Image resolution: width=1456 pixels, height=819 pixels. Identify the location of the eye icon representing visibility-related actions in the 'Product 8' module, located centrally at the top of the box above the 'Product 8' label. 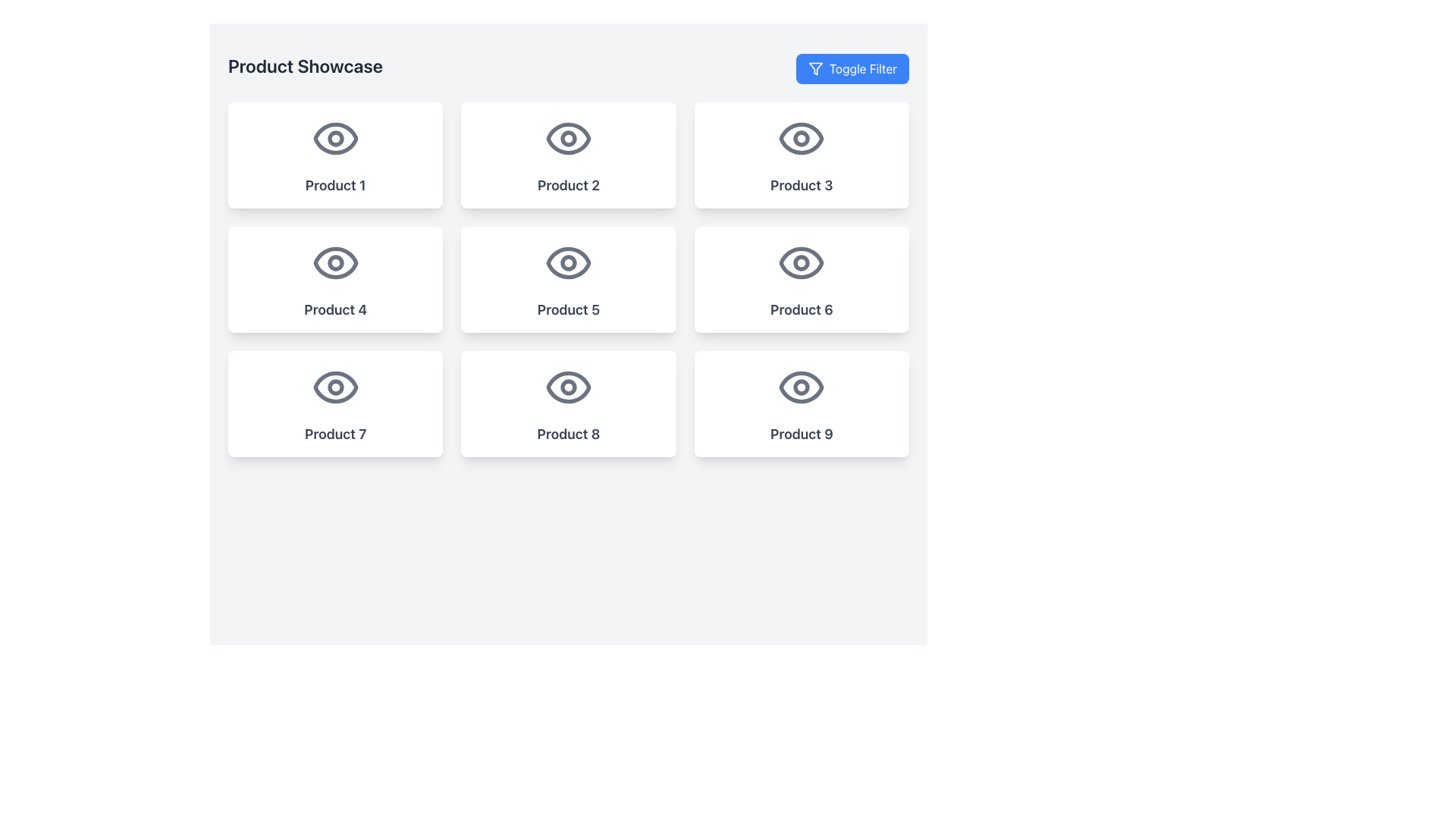
(567, 386).